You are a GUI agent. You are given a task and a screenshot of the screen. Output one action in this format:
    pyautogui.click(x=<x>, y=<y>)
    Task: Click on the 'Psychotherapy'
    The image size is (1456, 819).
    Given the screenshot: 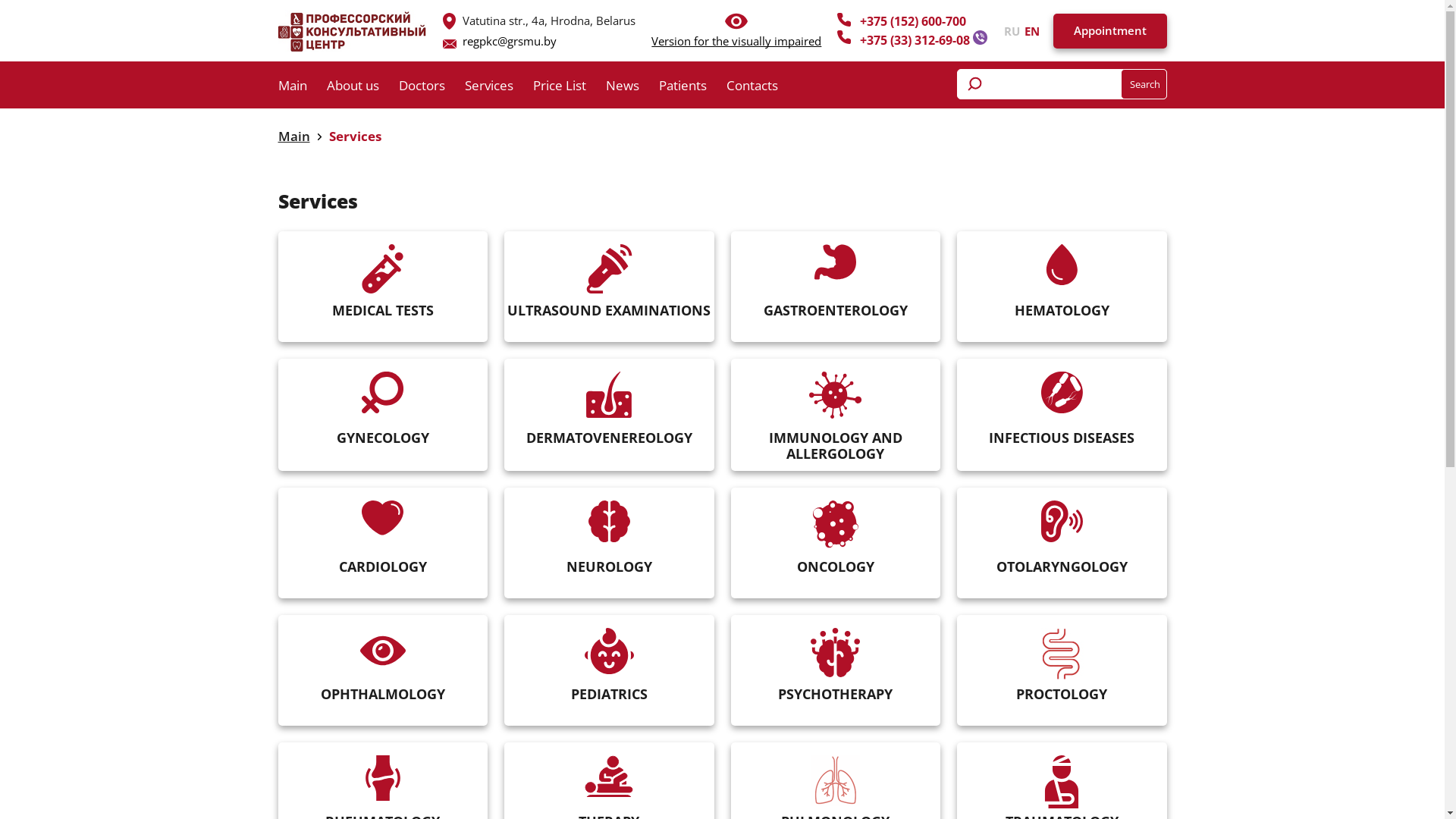 What is the action you would take?
    pyautogui.click(x=834, y=651)
    